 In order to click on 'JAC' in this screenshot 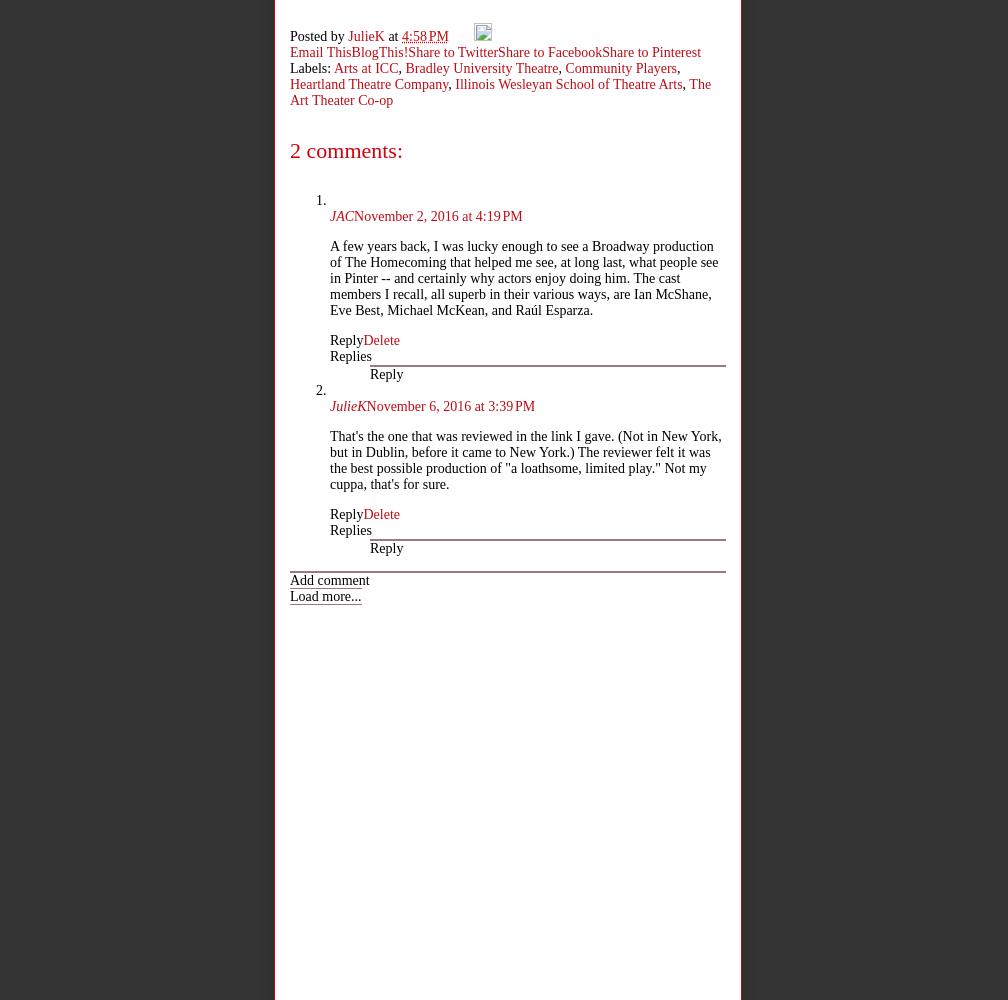, I will do `click(342, 215)`.